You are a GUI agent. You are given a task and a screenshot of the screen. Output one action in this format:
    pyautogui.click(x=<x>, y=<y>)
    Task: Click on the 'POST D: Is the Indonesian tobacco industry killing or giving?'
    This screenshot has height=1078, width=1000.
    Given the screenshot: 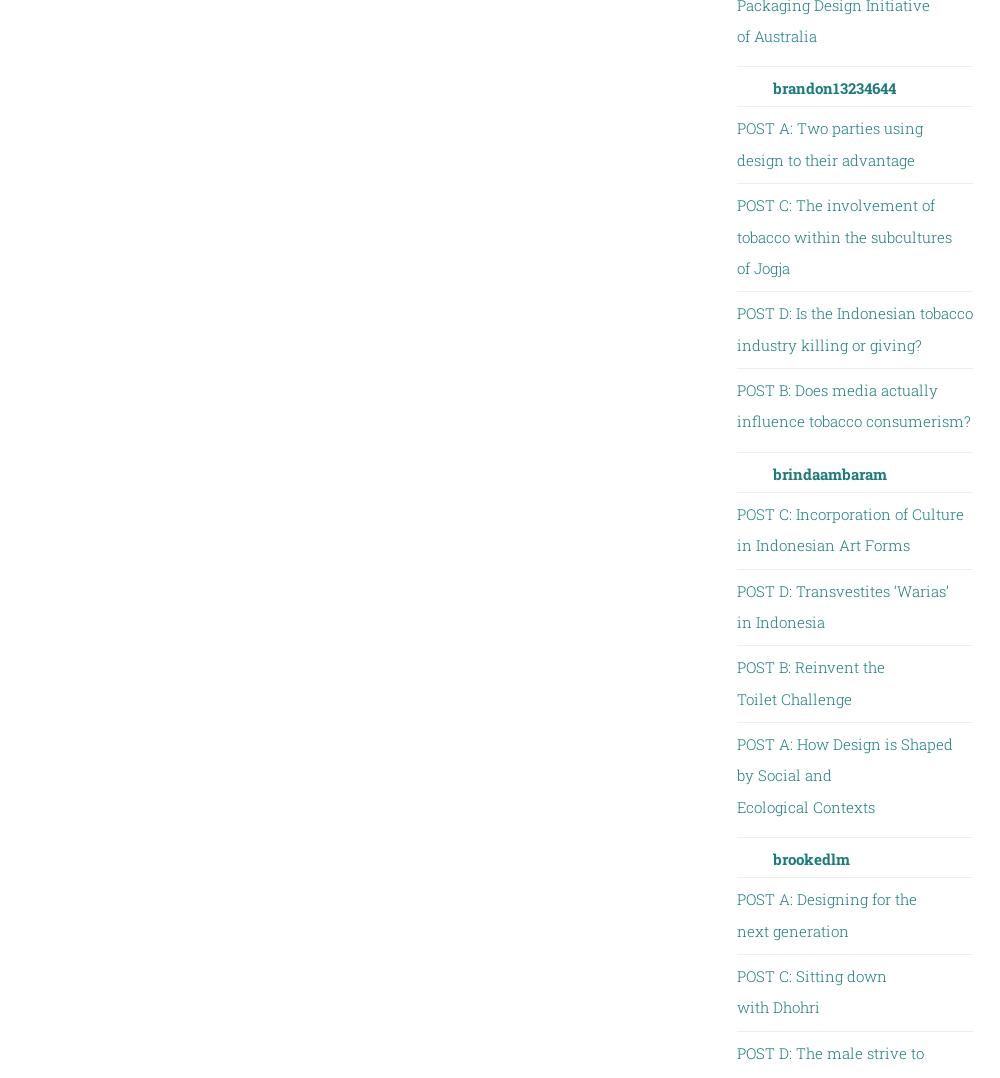 What is the action you would take?
    pyautogui.click(x=735, y=327)
    